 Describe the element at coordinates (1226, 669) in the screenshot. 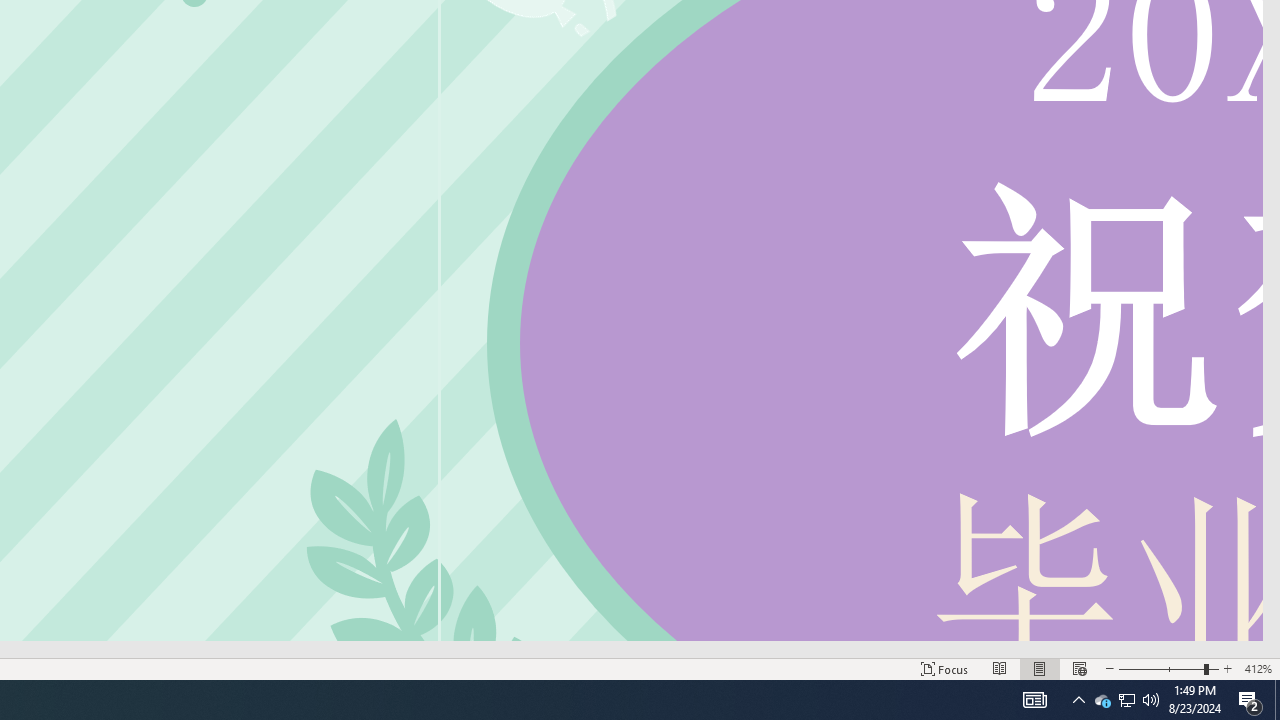

I see `'Zoom In'` at that location.